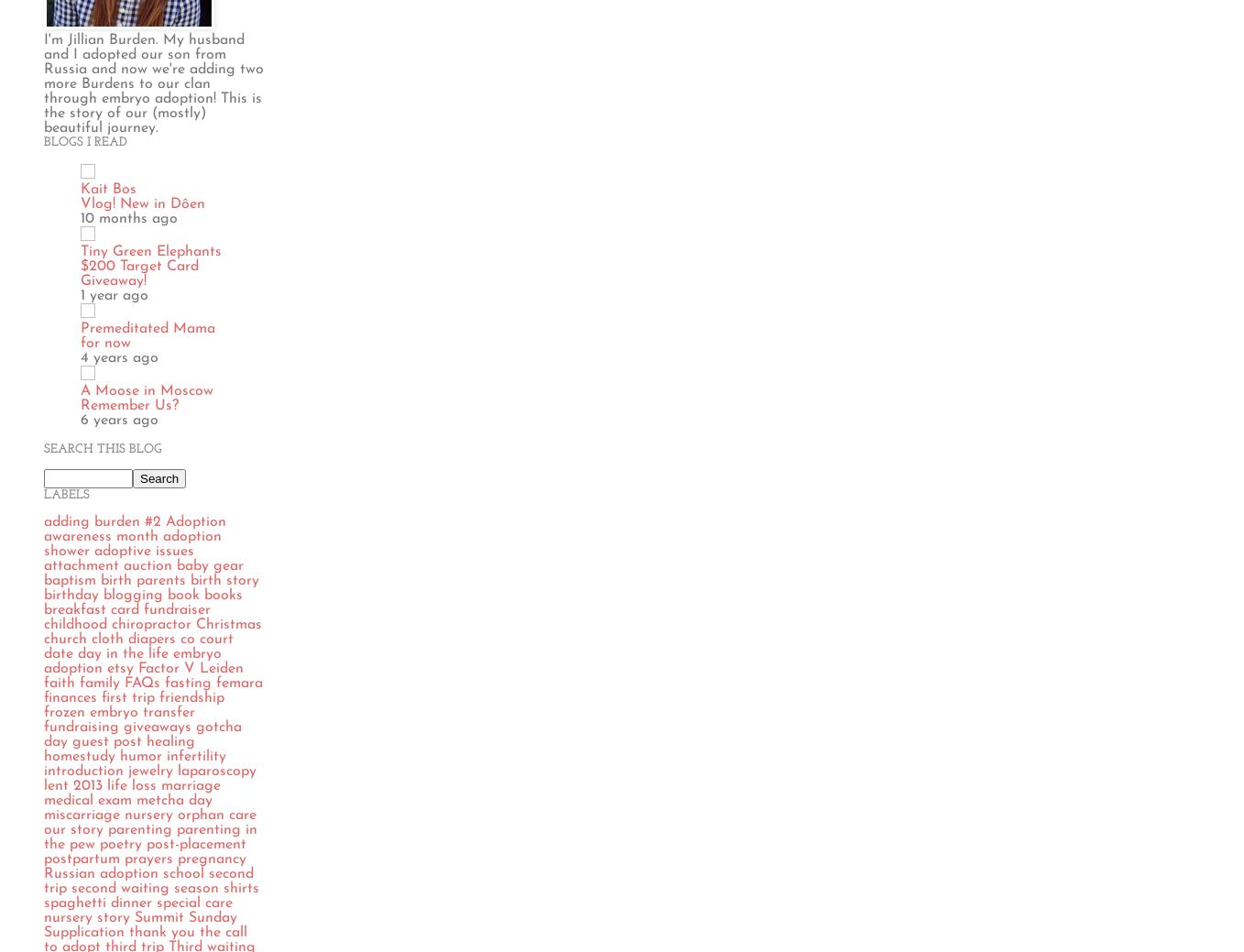 The image size is (1244, 952). What do you see at coordinates (100, 872) in the screenshot?
I see `'Russian adoption'` at bounding box center [100, 872].